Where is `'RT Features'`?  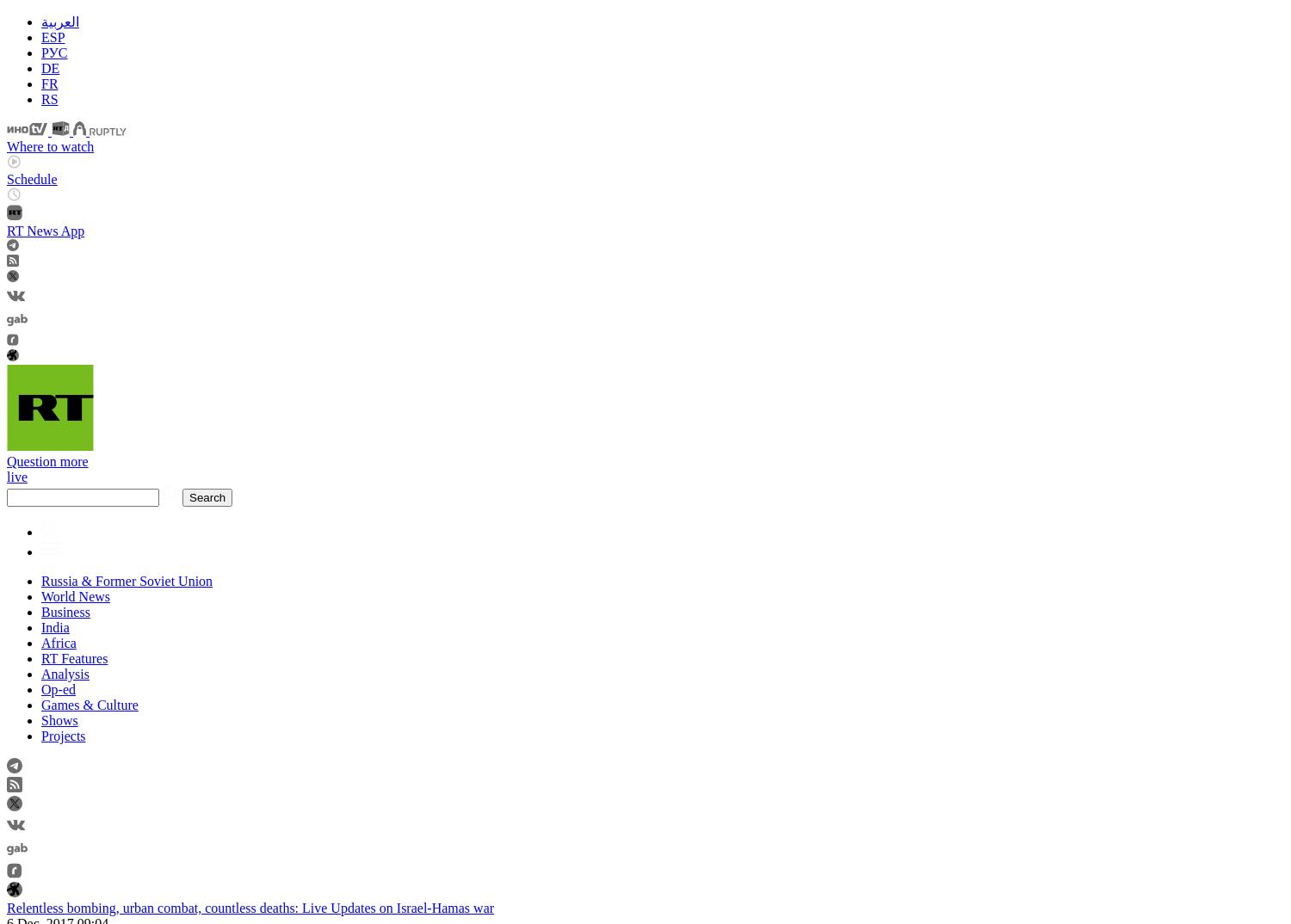 'RT Features' is located at coordinates (73, 656).